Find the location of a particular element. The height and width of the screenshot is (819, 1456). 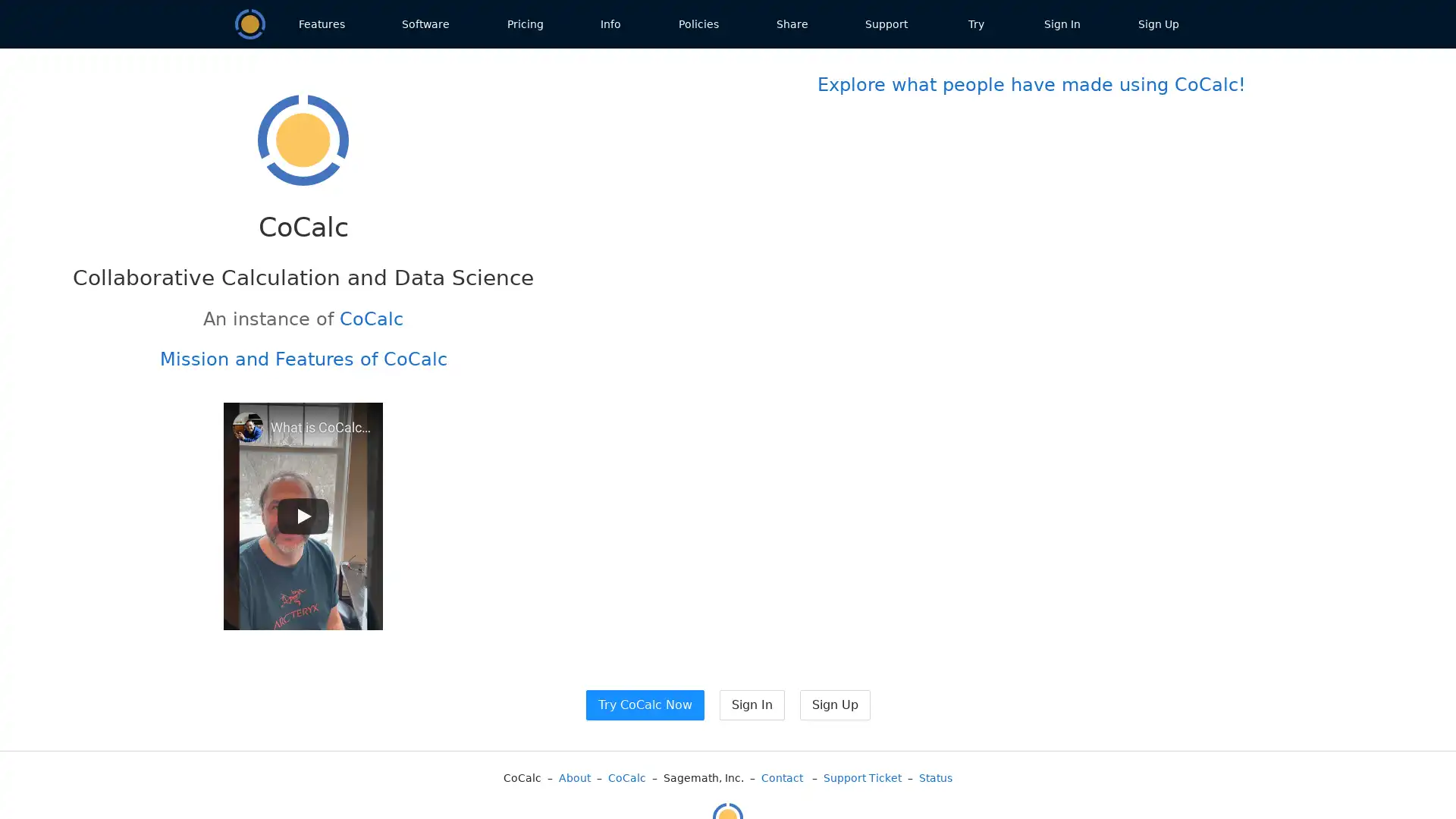

Sign Up is located at coordinates (833, 704).